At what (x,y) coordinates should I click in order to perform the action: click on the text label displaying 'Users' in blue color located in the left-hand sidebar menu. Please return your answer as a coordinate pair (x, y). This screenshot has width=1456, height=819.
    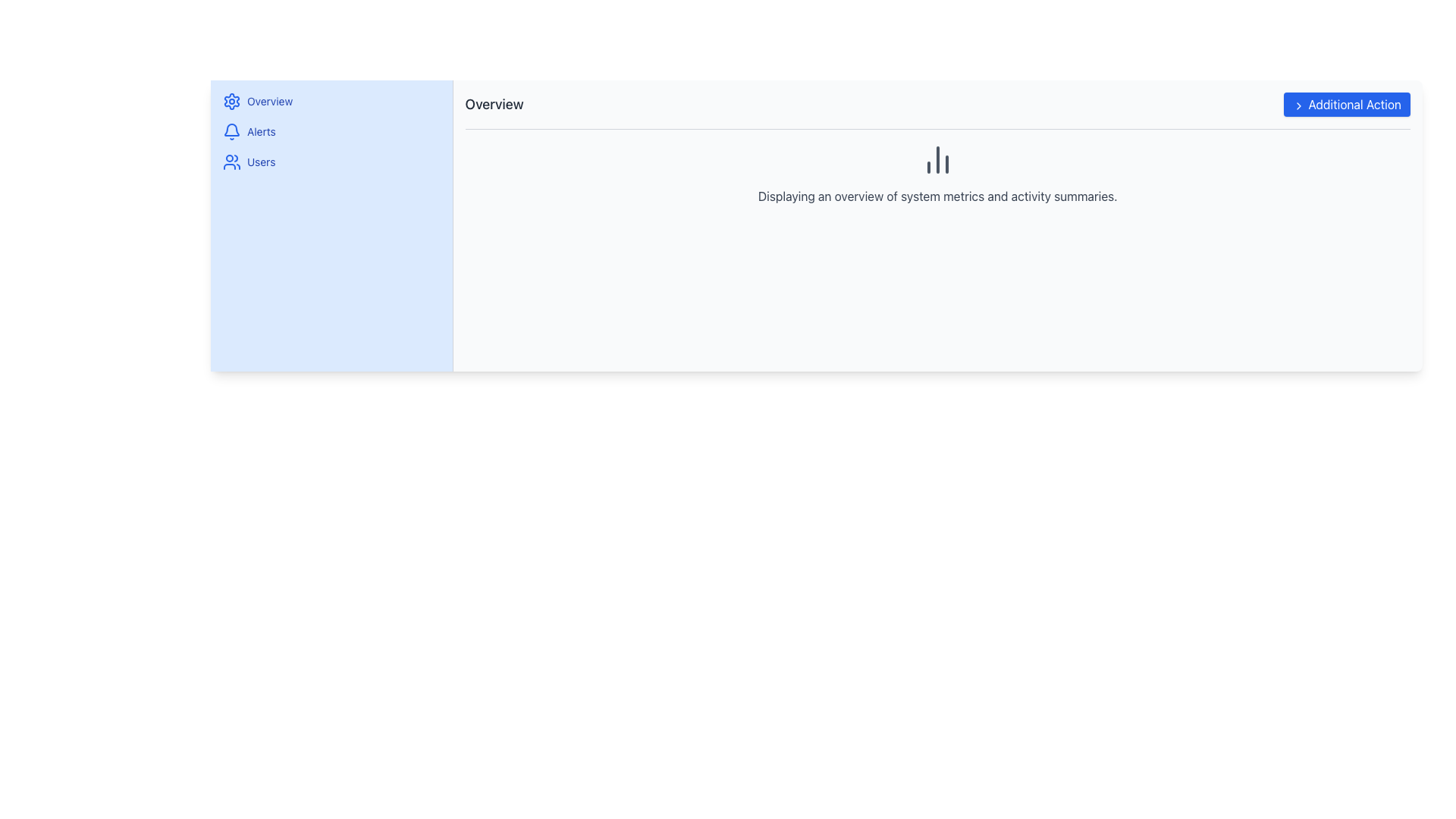
    Looking at the image, I should click on (261, 162).